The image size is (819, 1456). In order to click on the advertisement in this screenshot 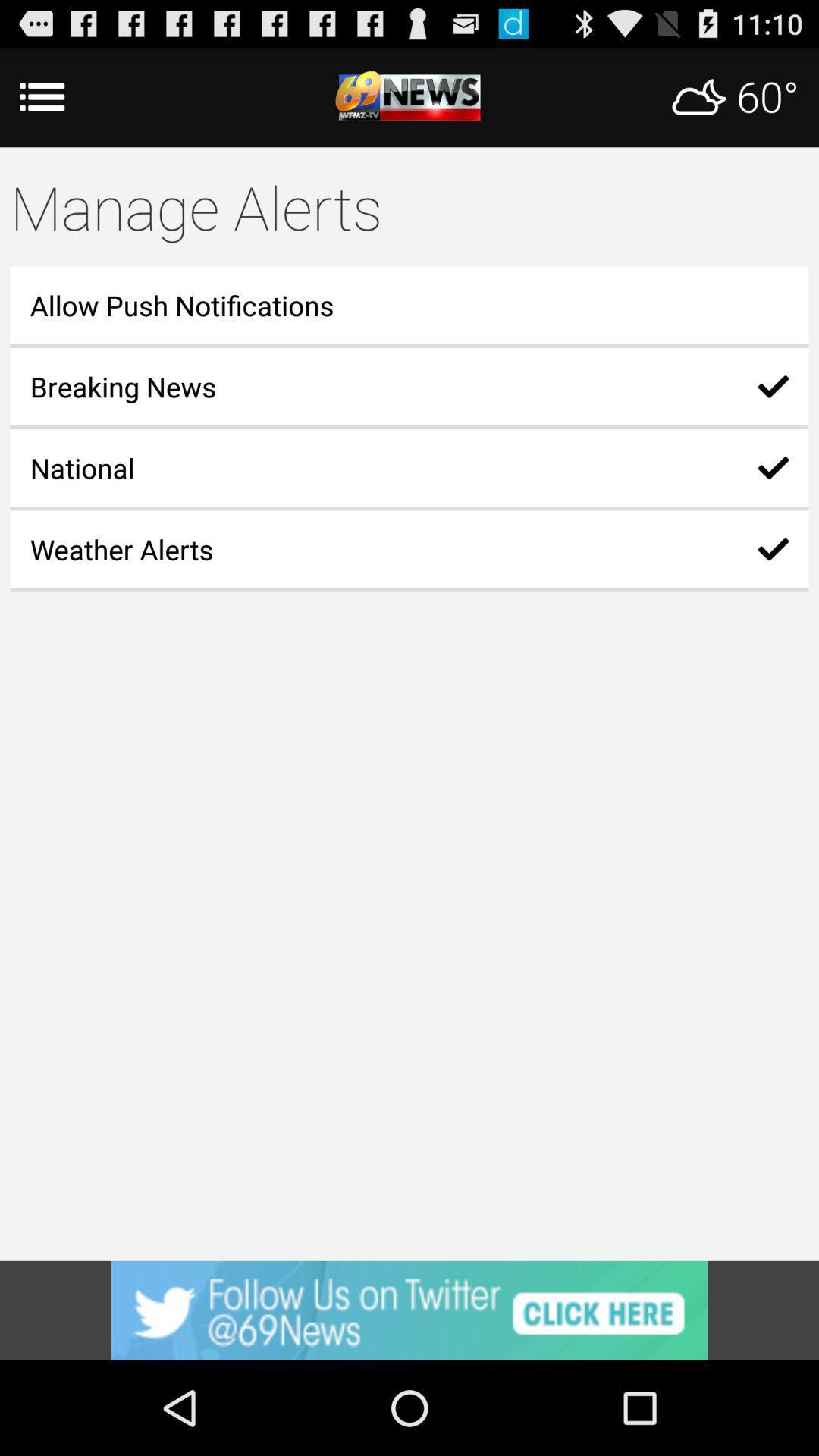, I will do `click(409, 1310)`.